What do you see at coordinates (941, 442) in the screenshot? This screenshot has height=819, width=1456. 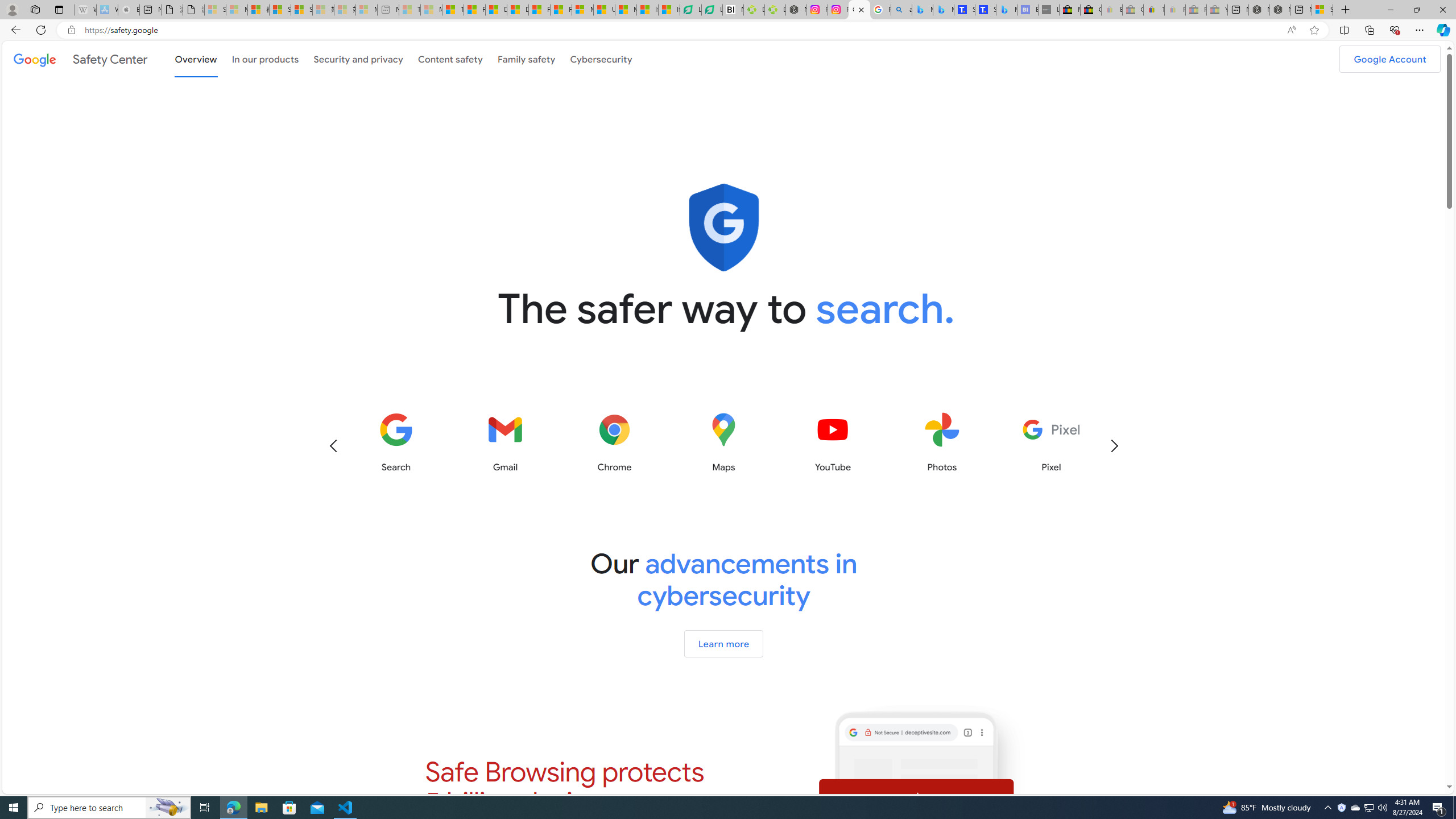 I see `'Photos'` at bounding box center [941, 442].